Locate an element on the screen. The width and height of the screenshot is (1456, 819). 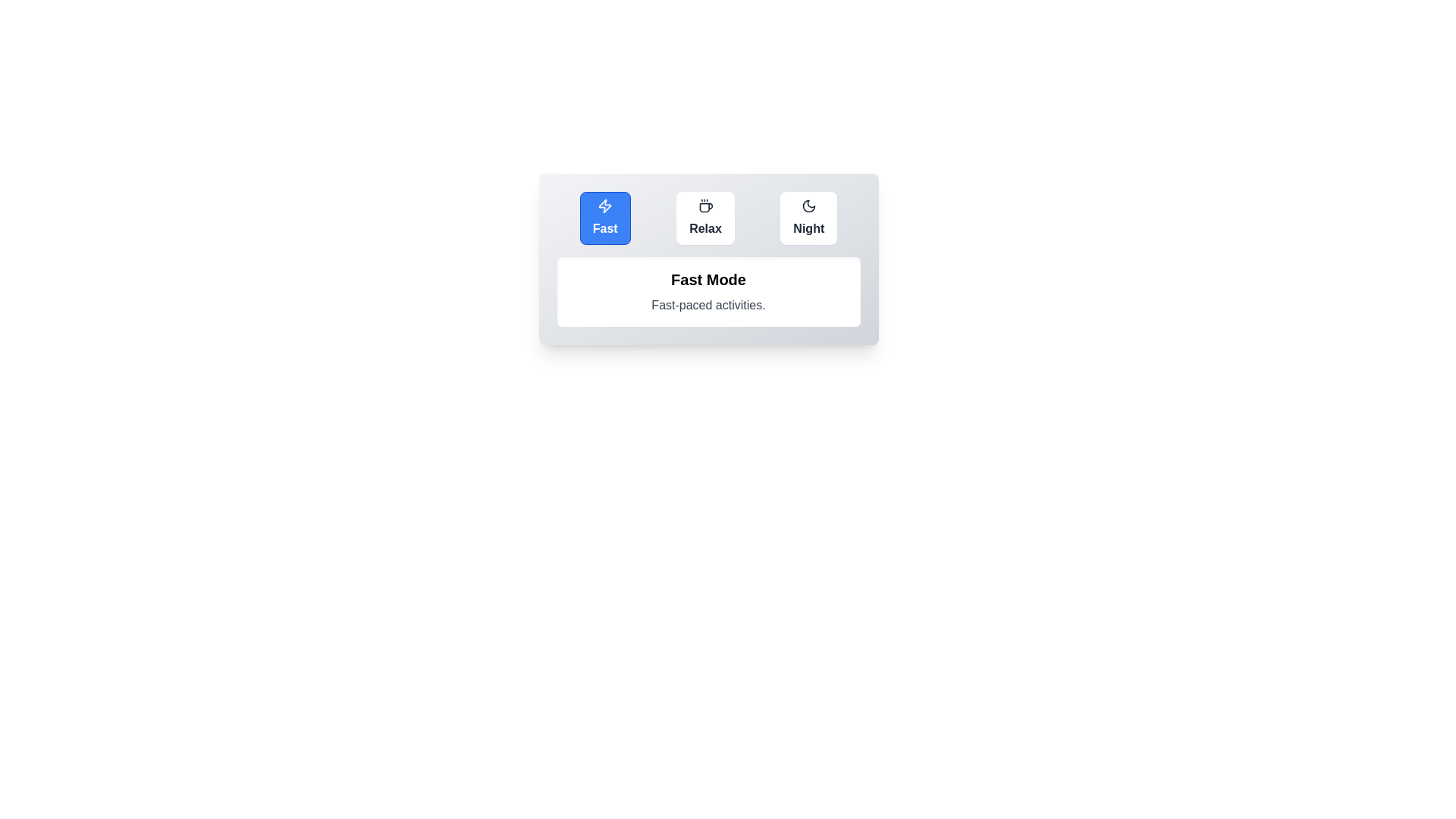
the small blue lightning bolt icon located above the 'Fast' label on the rectangular button is located at coordinates (604, 206).